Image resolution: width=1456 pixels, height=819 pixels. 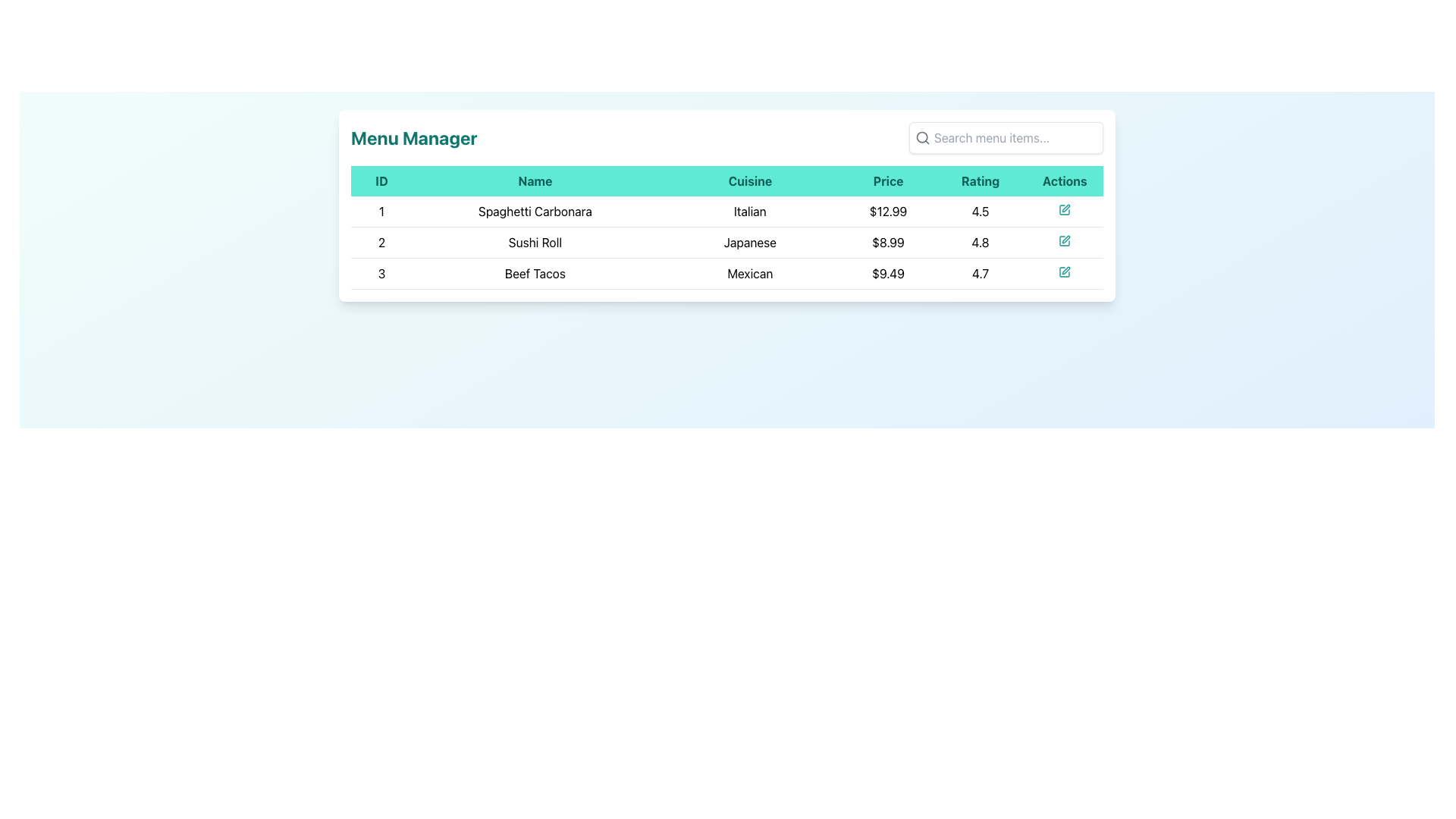 I want to click on to reposition the cursor within the search input field located, so click(x=1006, y=137).